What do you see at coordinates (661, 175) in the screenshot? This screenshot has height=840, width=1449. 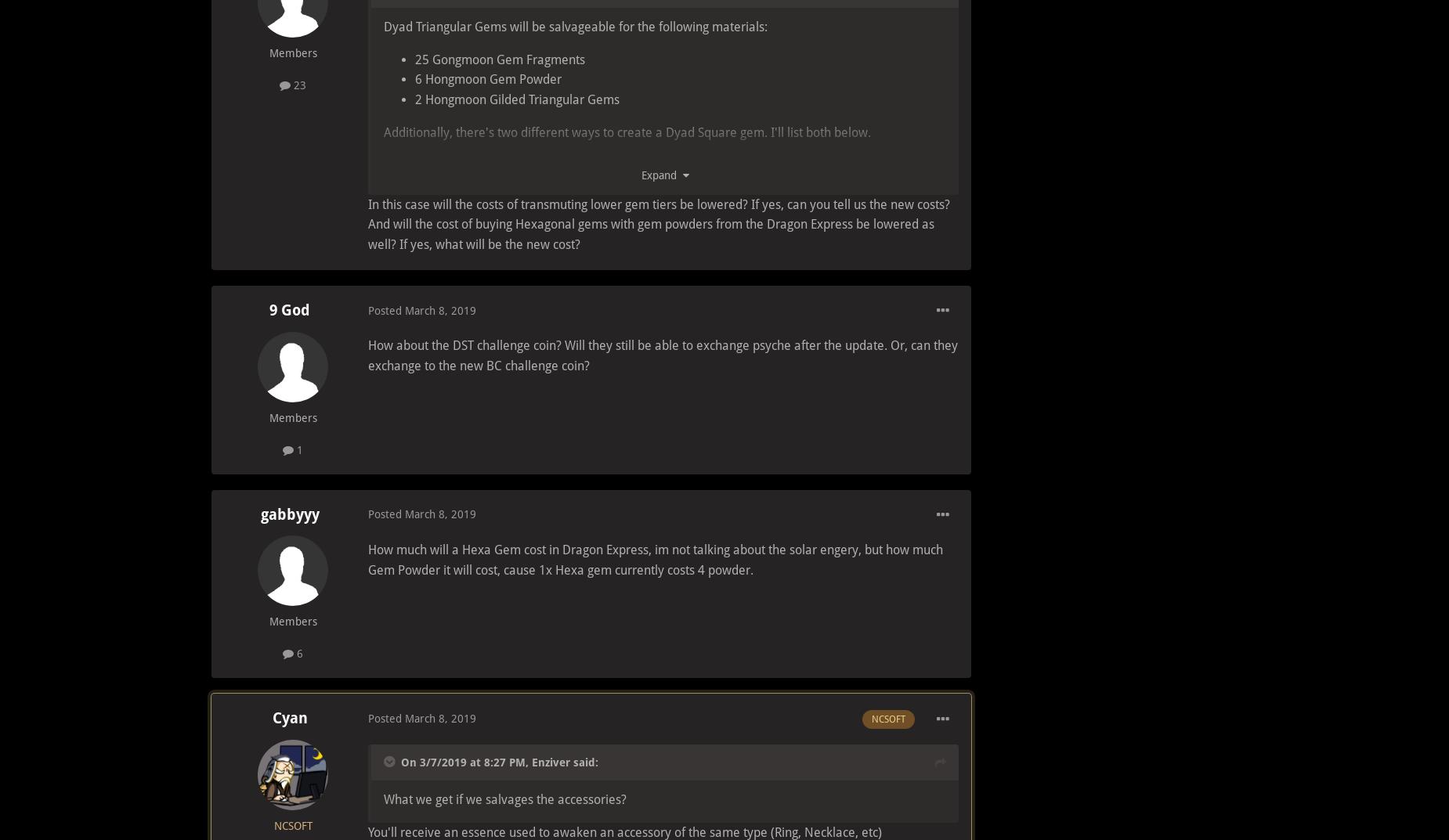 I see `'Expand'` at bounding box center [661, 175].